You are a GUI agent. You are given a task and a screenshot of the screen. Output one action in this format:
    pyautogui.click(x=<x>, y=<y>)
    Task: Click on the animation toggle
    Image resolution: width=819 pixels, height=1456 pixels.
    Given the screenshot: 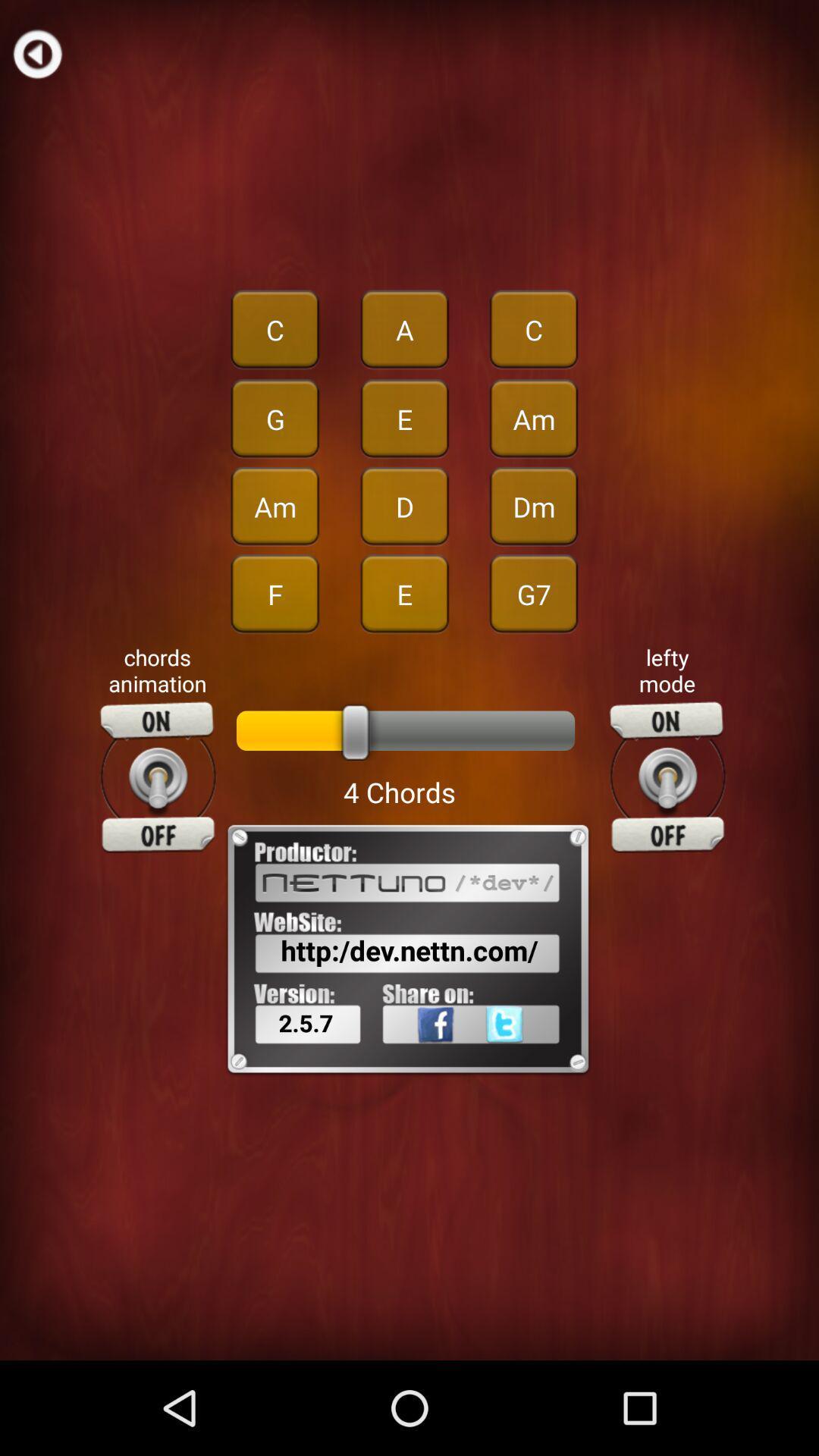 What is the action you would take?
    pyautogui.click(x=158, y=777)
    